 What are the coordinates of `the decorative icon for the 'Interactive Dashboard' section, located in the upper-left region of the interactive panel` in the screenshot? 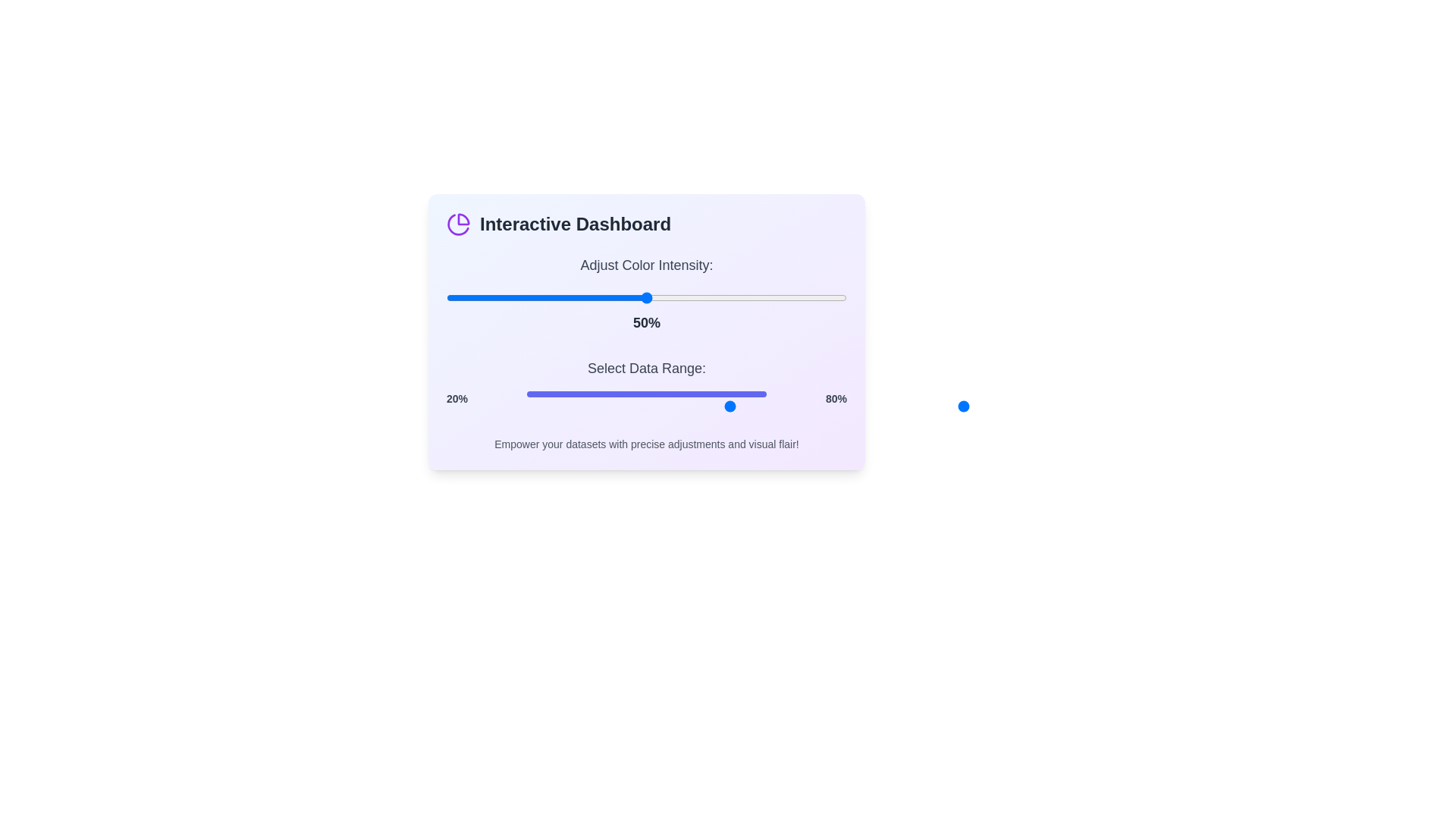 It's located at (457, 224).